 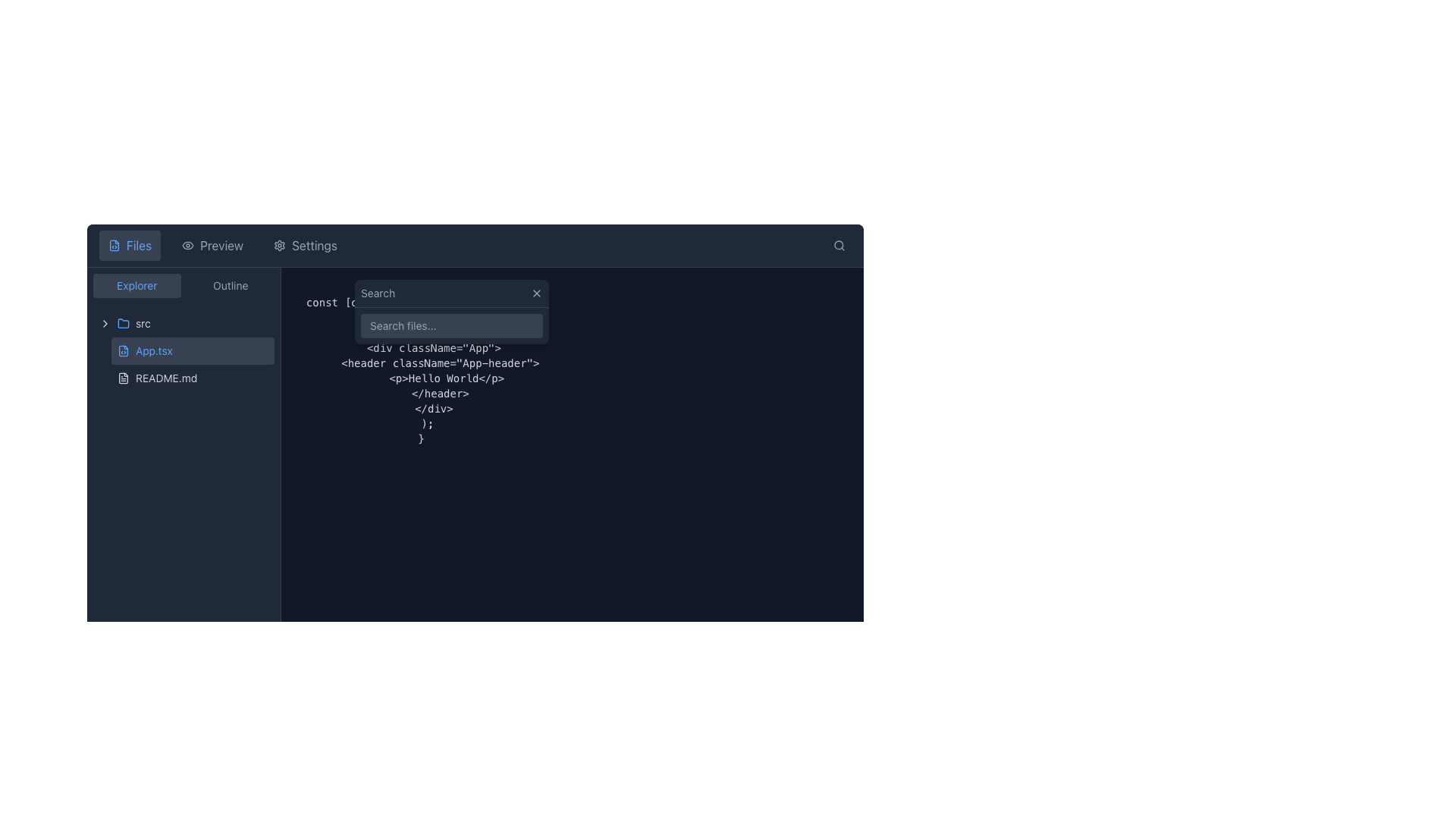 I want to click on the 'Explorer' navigation button located, so click(x=136, y=286).